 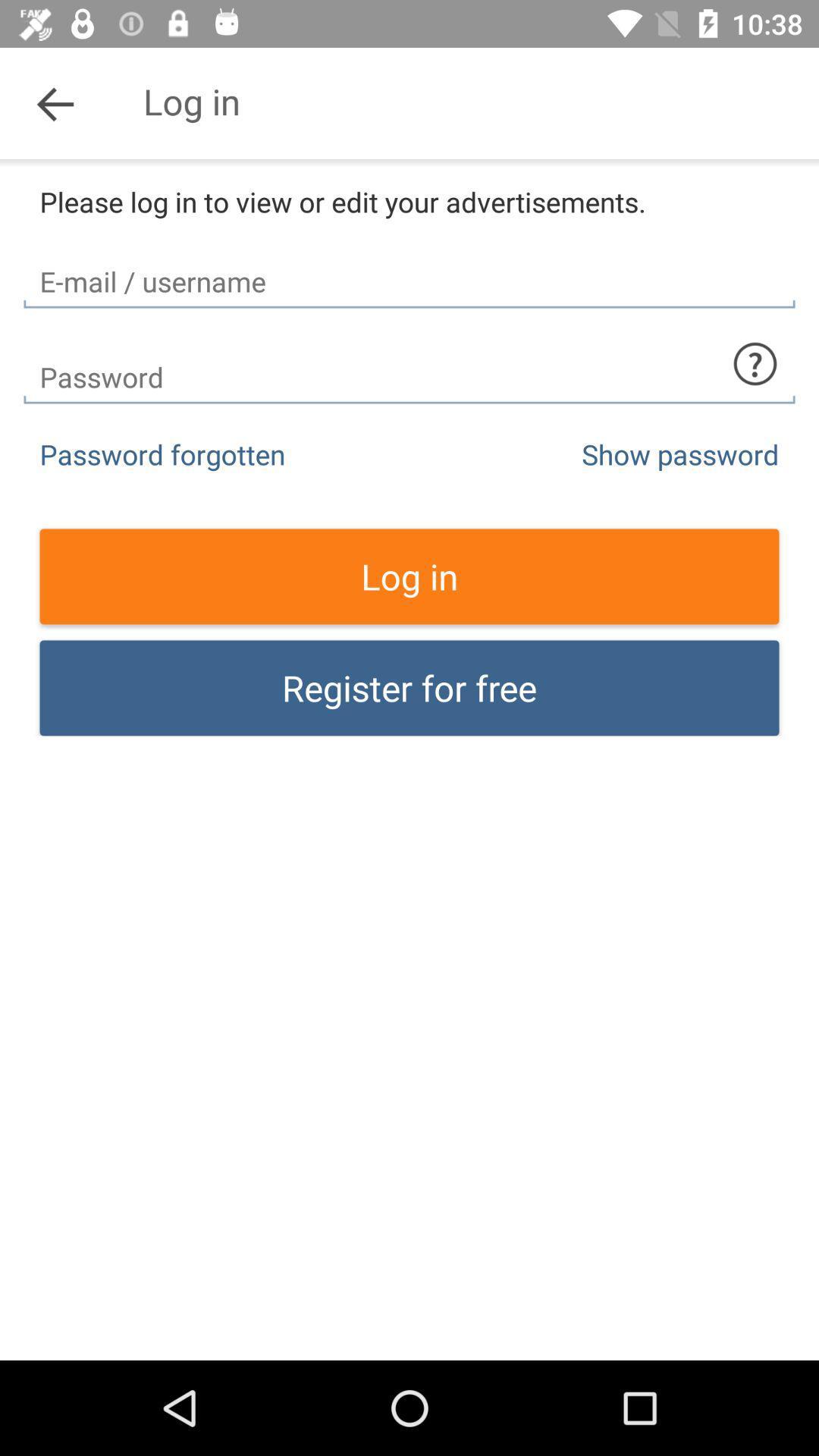 I want to click on the item to the left of the log in, so click(x=55, y=102).